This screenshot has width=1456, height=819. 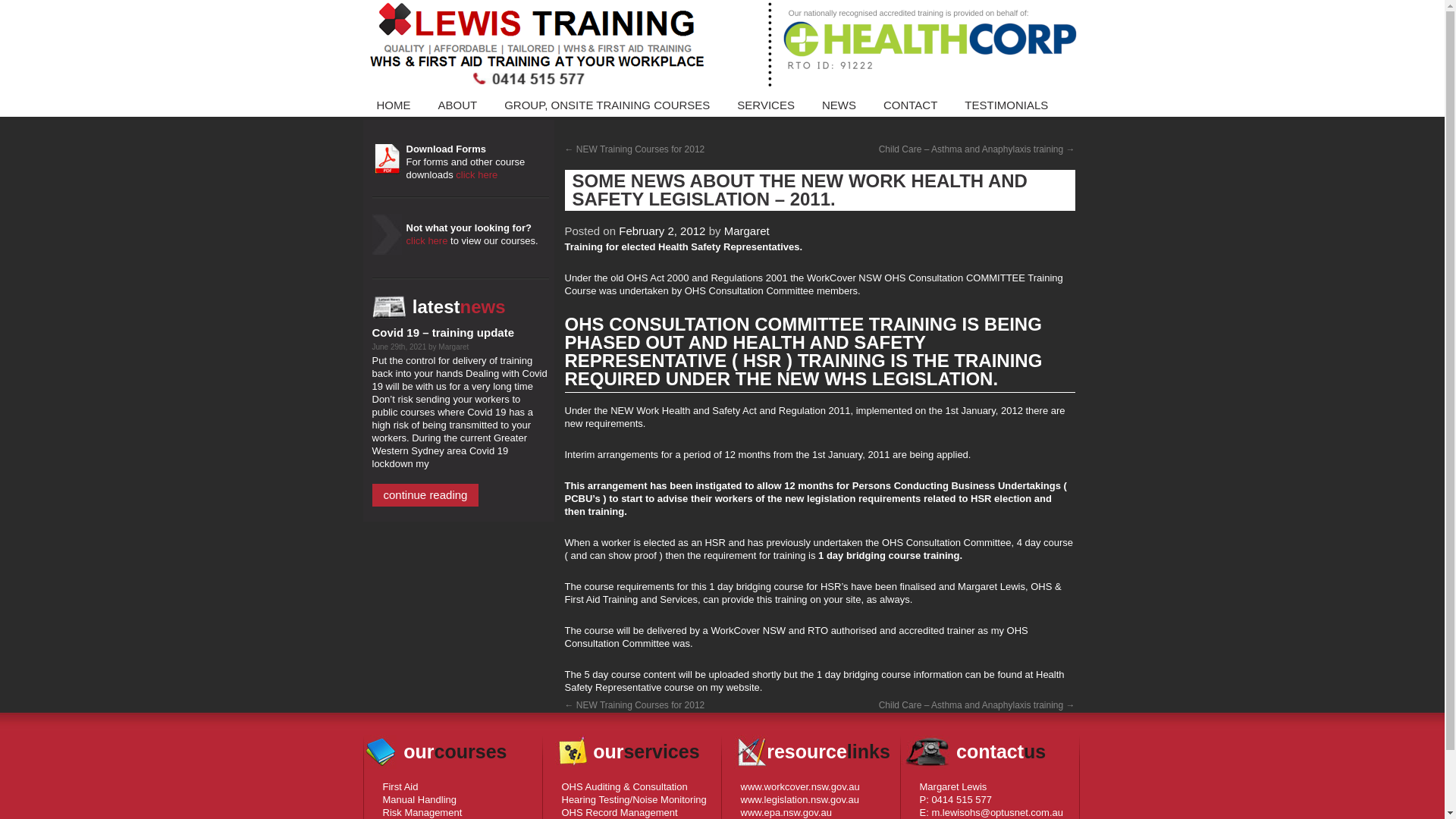 I want to click on 'February 2, 2012', so click(x=662, y=231).